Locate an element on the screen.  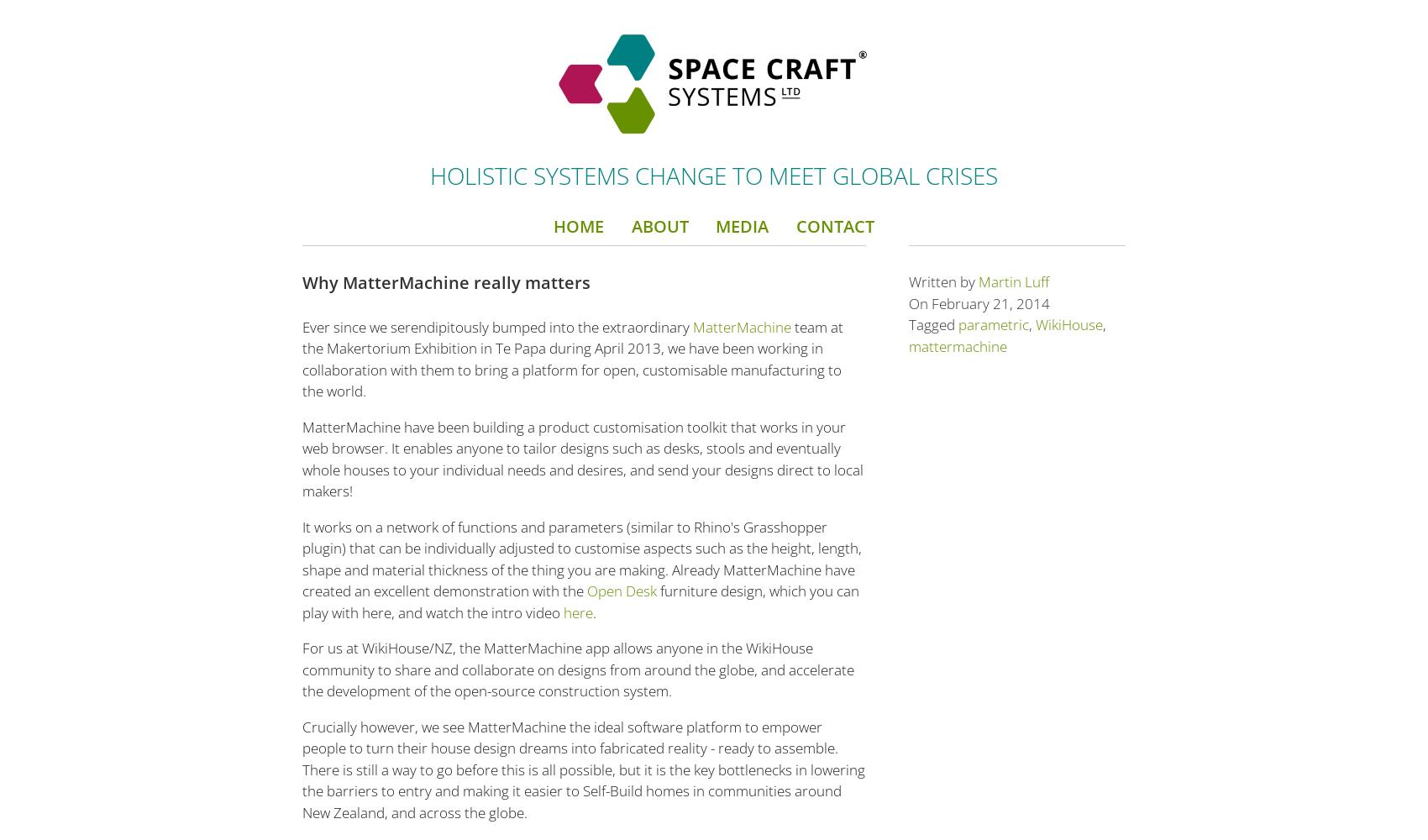
'Why MatterMachine really matters' is located at coordinates (446, 281).